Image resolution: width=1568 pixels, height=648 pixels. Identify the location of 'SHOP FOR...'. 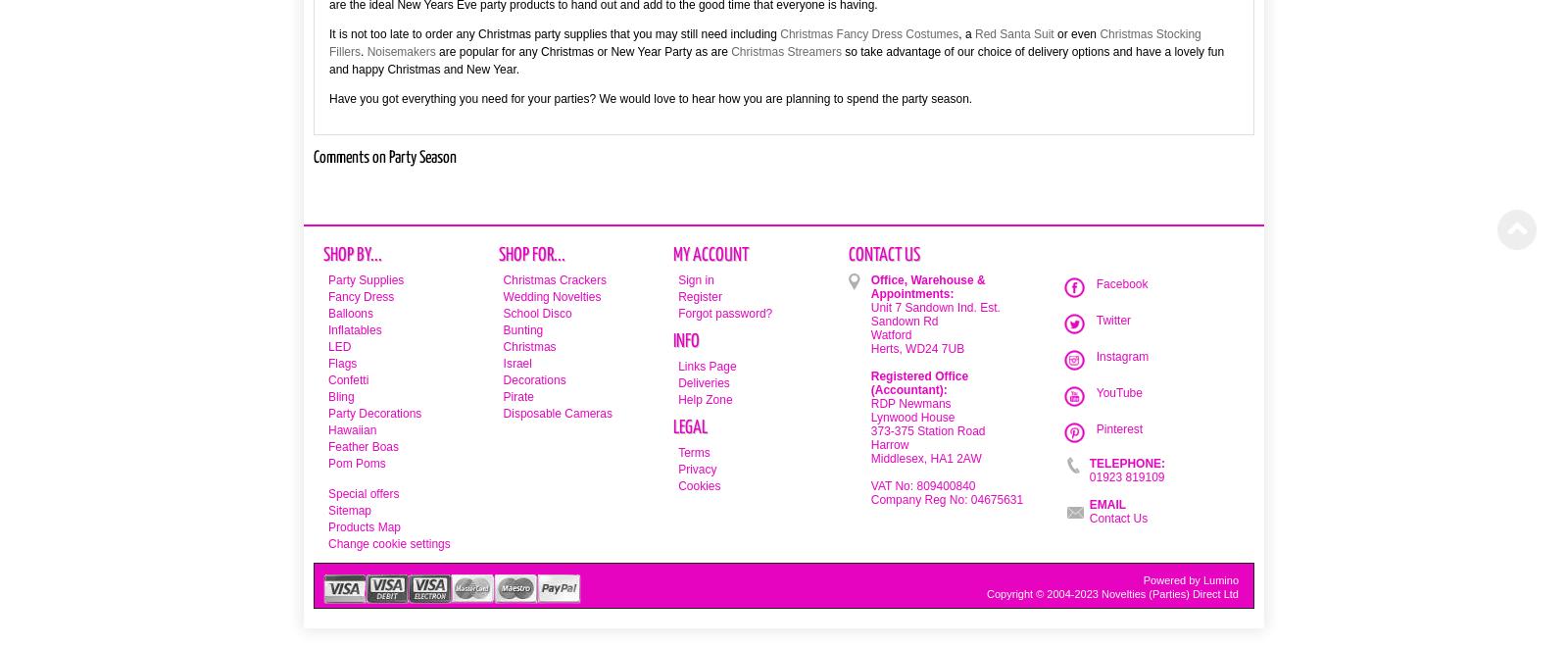
(529, 255).